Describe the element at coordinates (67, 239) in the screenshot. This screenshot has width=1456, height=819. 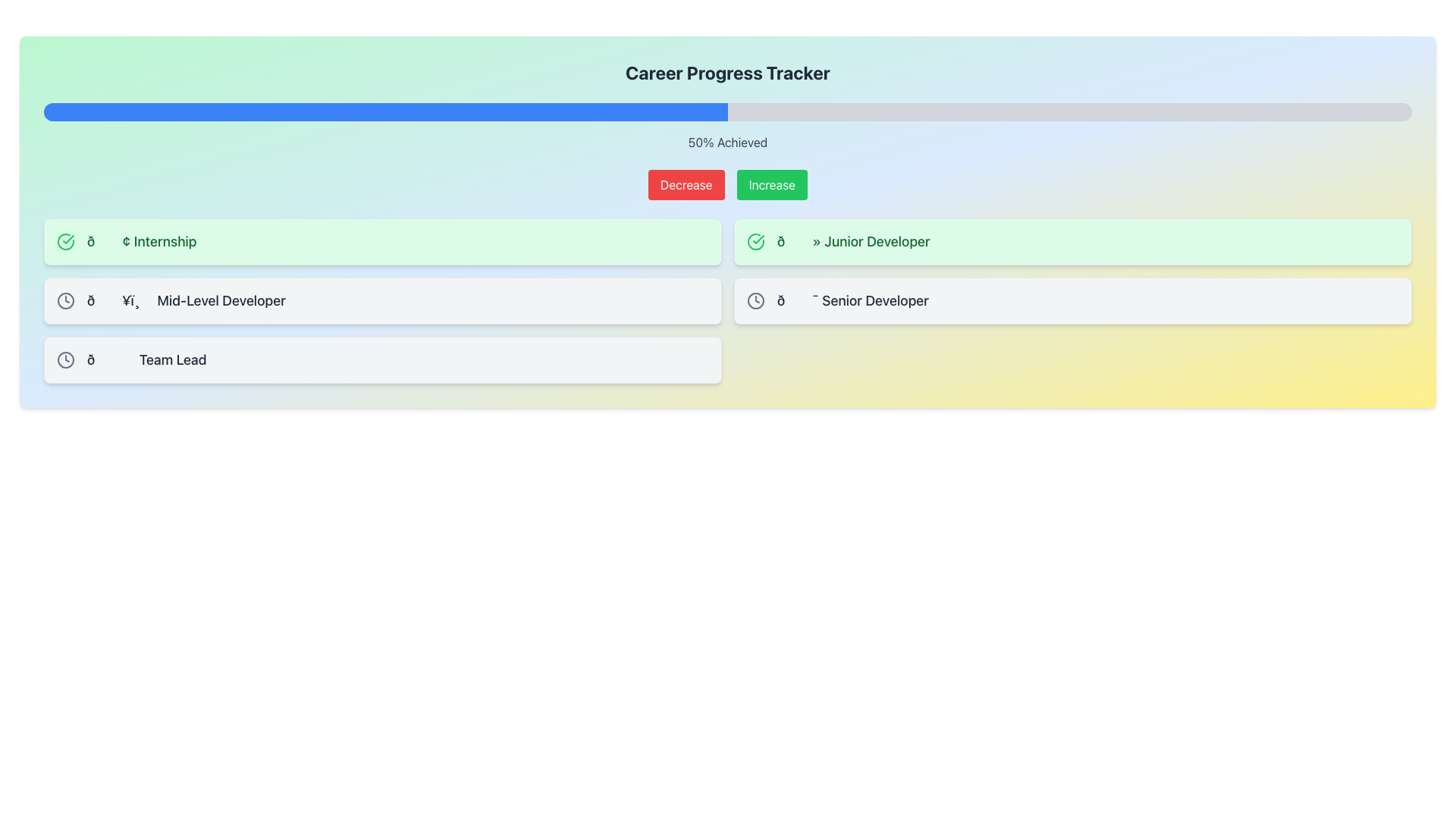
I see `the green checkmark icon within the circular icon next to the '¢ Internship' label to indicate confirmation or completion` at that location.